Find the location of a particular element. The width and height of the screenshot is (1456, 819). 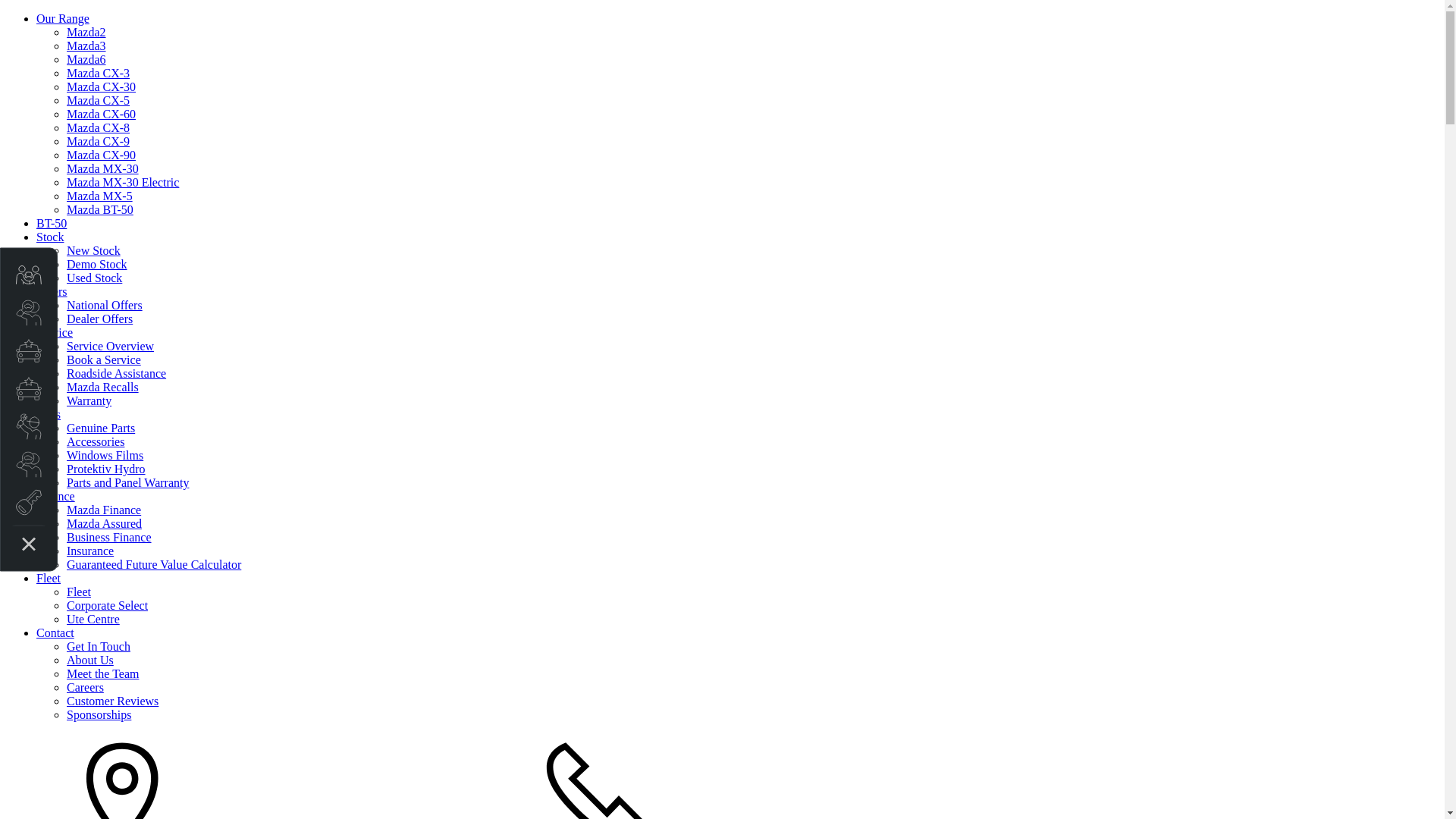

'Service' is located at coordinates (55, 331).